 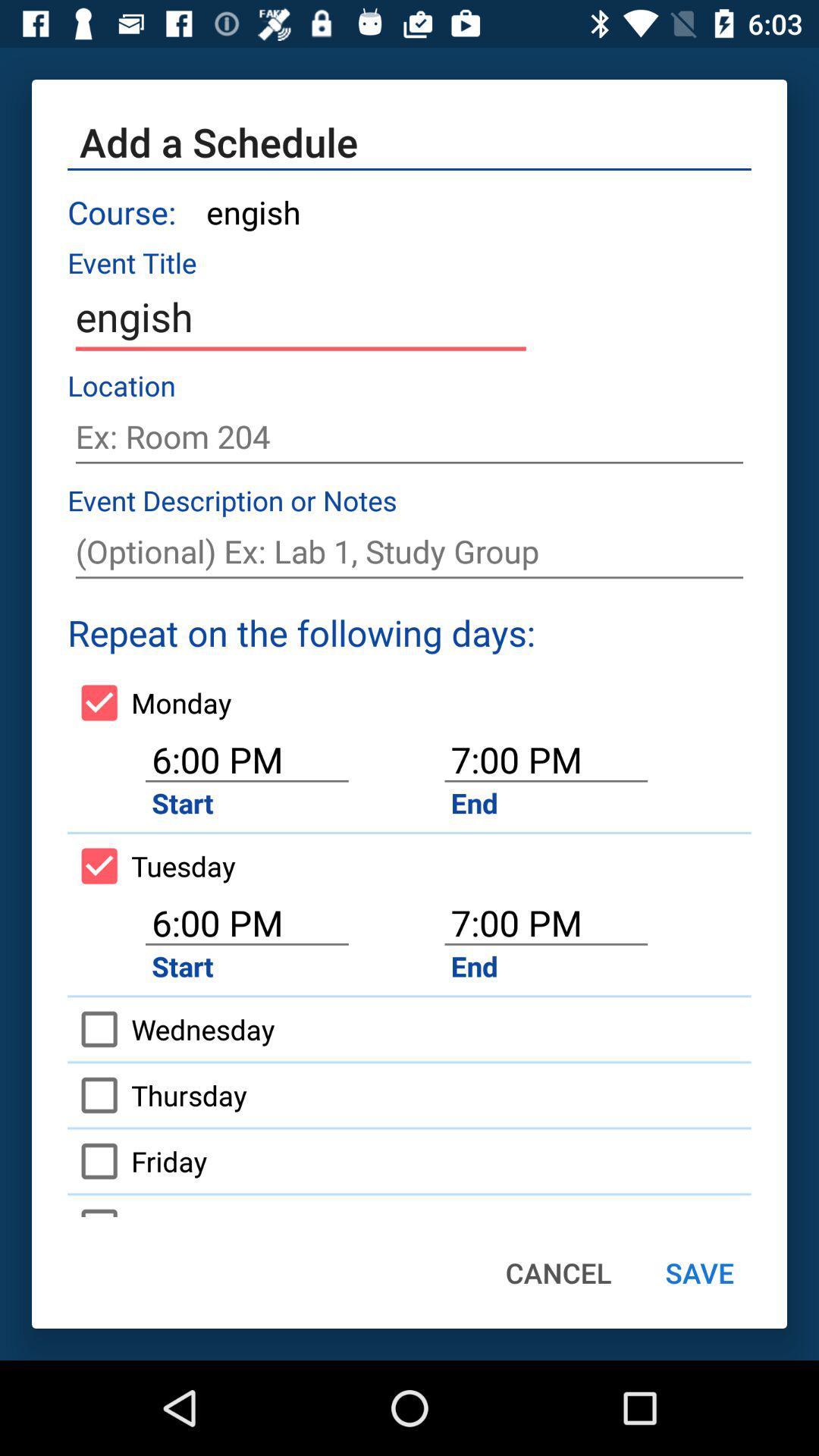 What do you see at coordinates (699, 1272) in the screenshot?
I see `the icon next to cancel icon` at bounding box center [699, 1272].